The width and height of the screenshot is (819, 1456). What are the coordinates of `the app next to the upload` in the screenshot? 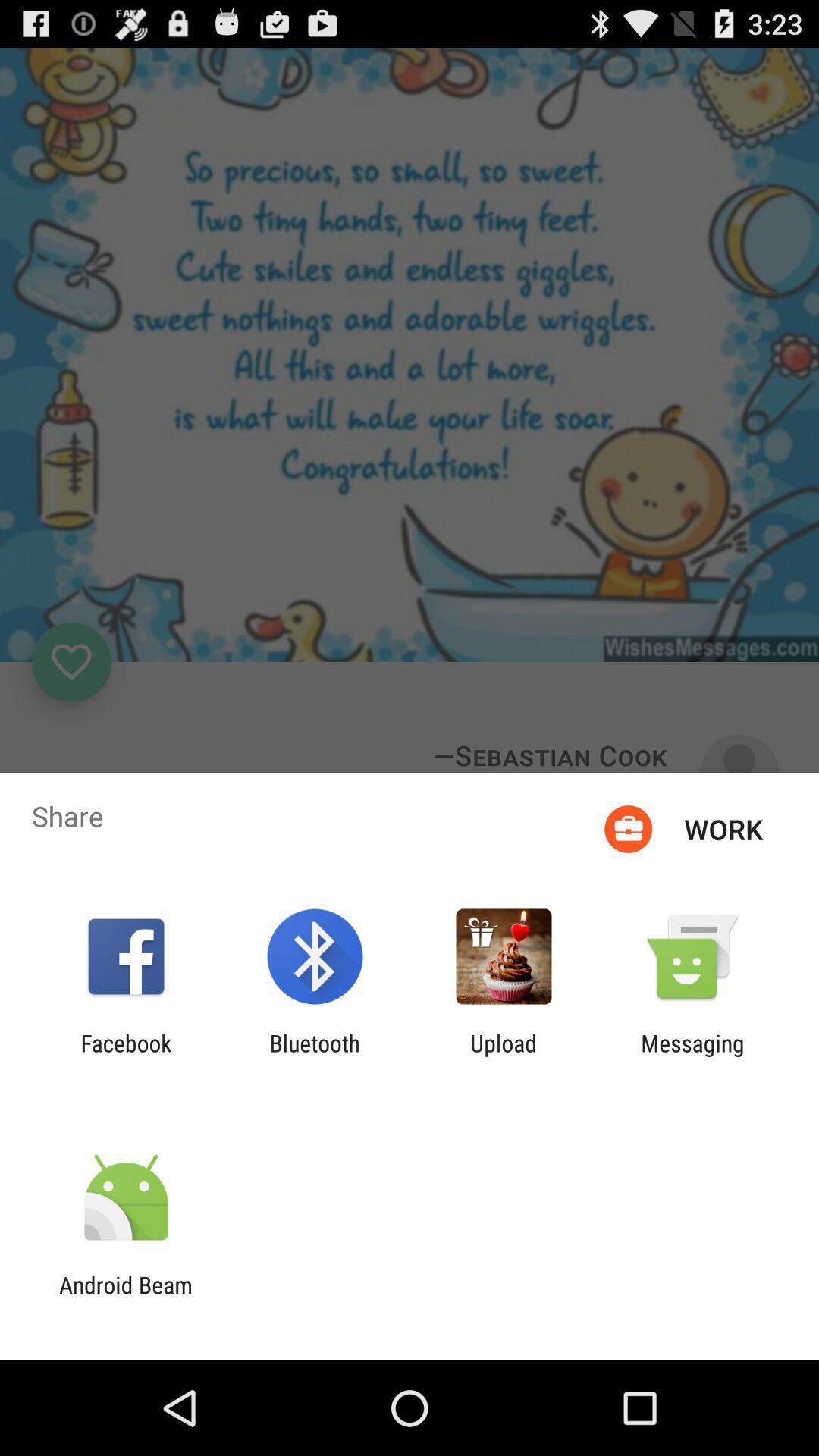 It's located at (692, 1056).